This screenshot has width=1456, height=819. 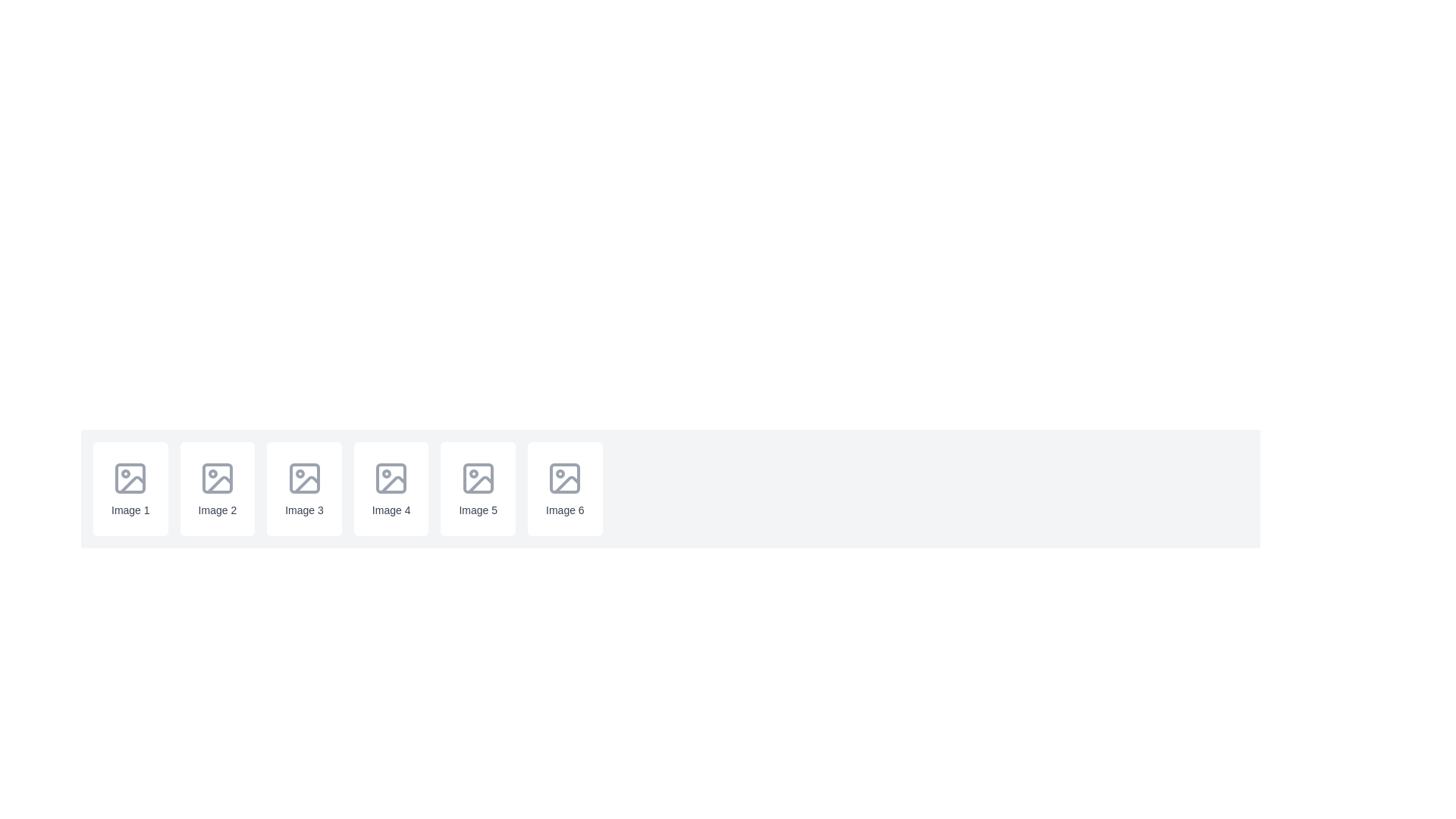 What do you see at coordinates (303, 510) in the screenshot?
I see `the text label 'Image 3' which is the third label below the third image icon in a horizontal series` at bounding box center [303, 510].